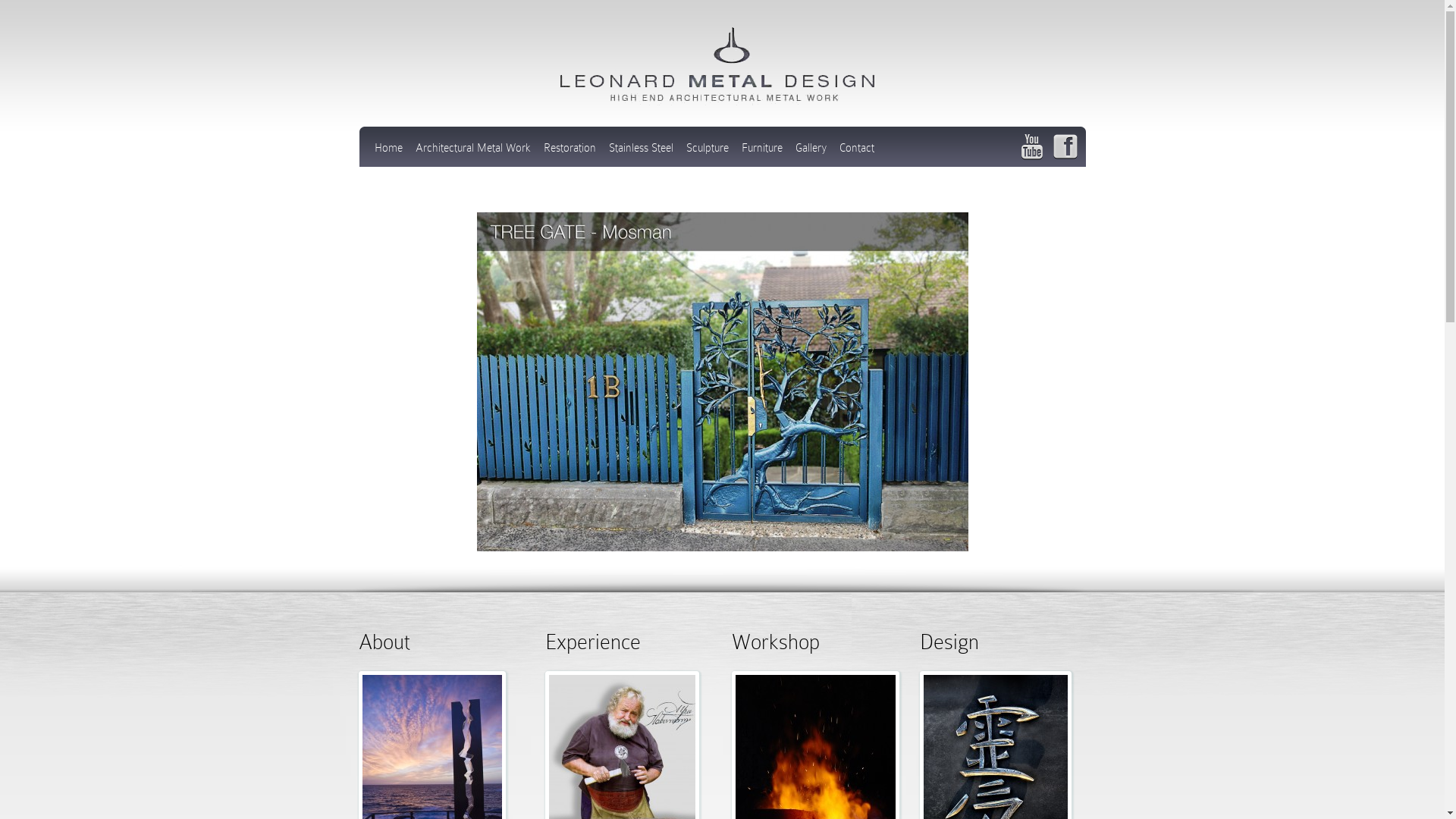 This screenshot has height=819, width=1456. What do you see at coordinates (809, 152) in the screenshot?
I see `'Gallery'` at bounding box center [809, 152].